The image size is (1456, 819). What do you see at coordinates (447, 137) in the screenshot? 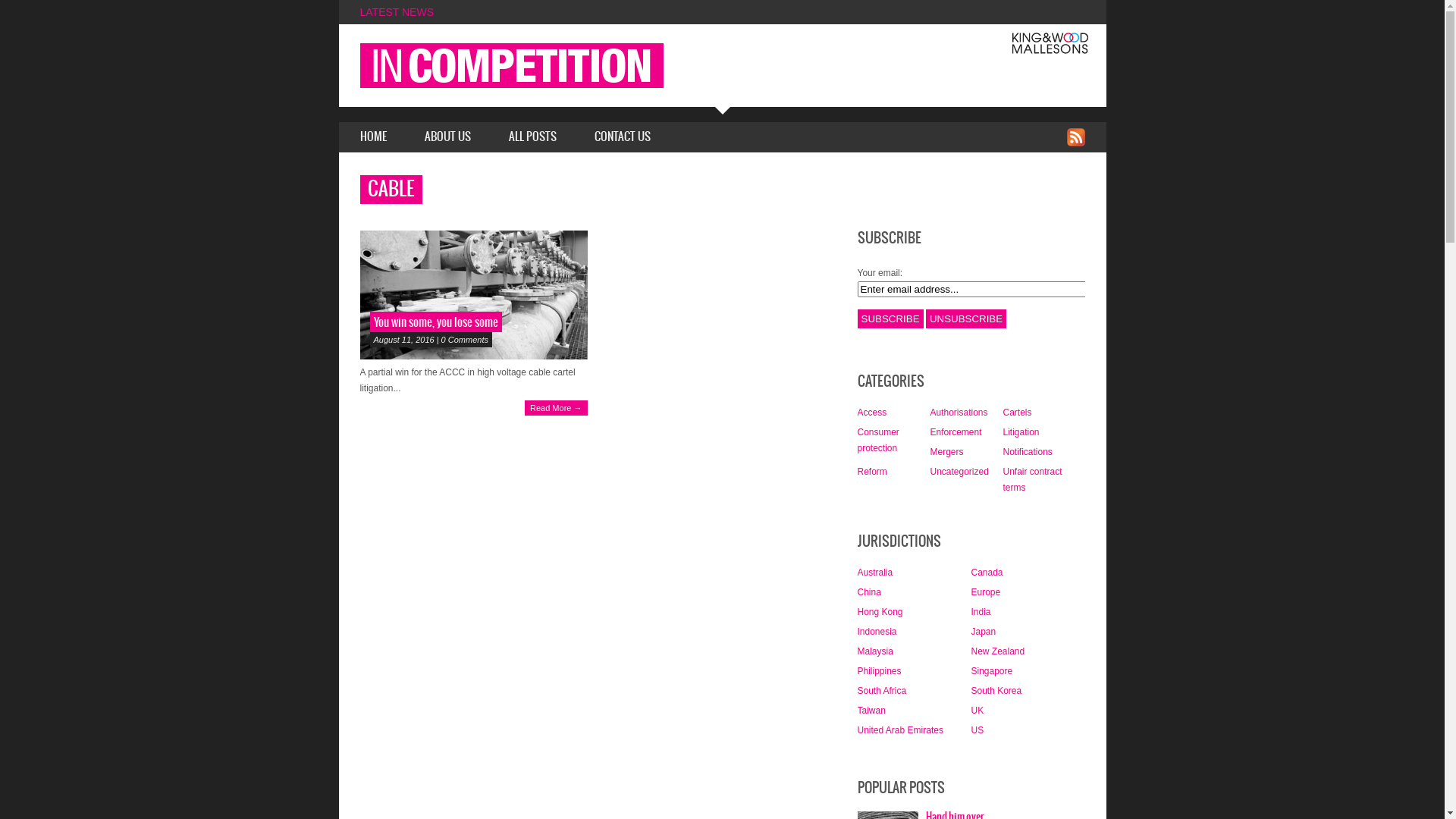
I see `'ABOUT US'` at bounding box center [447, 137].